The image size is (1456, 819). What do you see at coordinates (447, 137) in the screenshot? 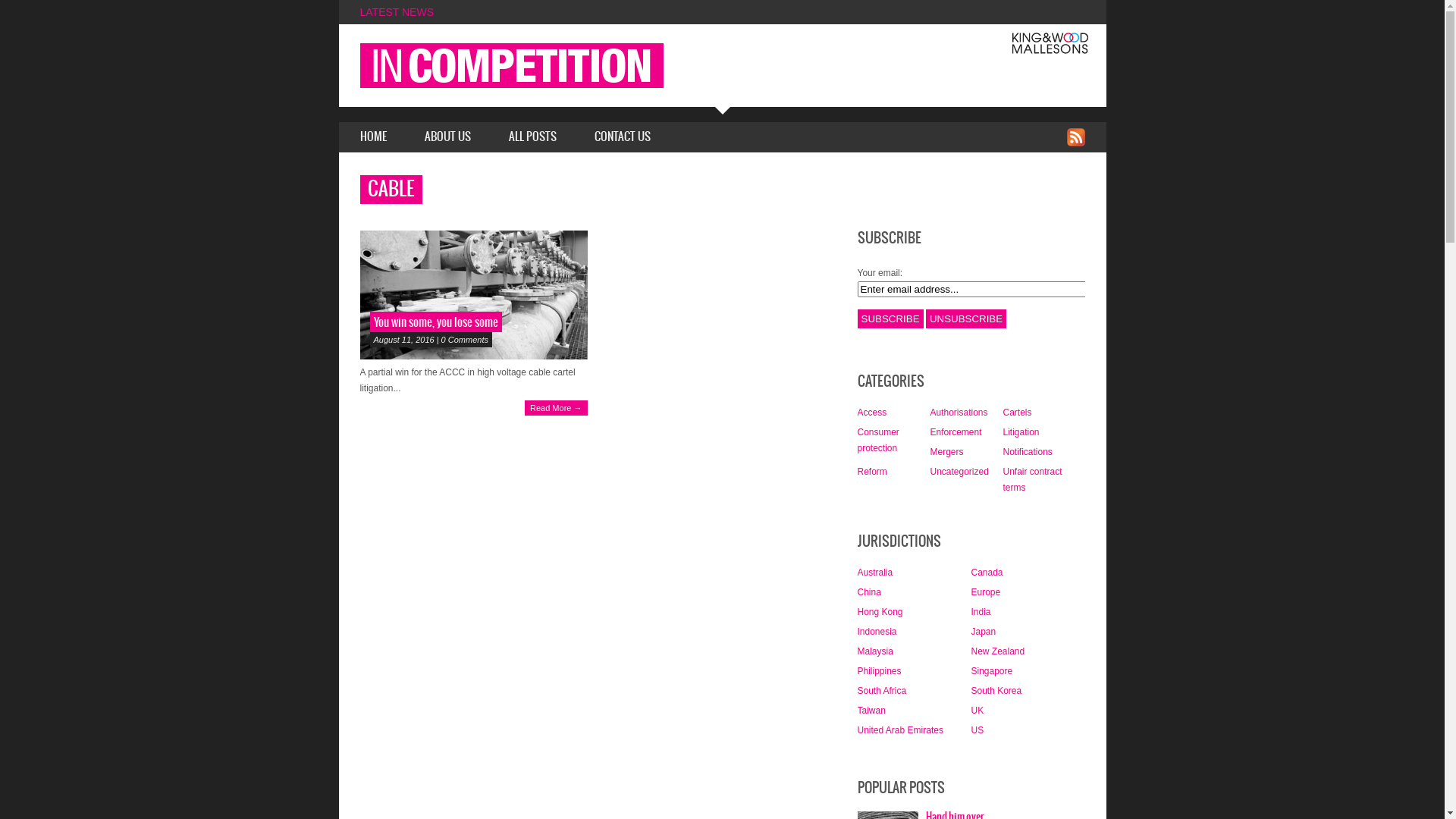
I see `'ABOUT US'` at bounding box center [447, 137].